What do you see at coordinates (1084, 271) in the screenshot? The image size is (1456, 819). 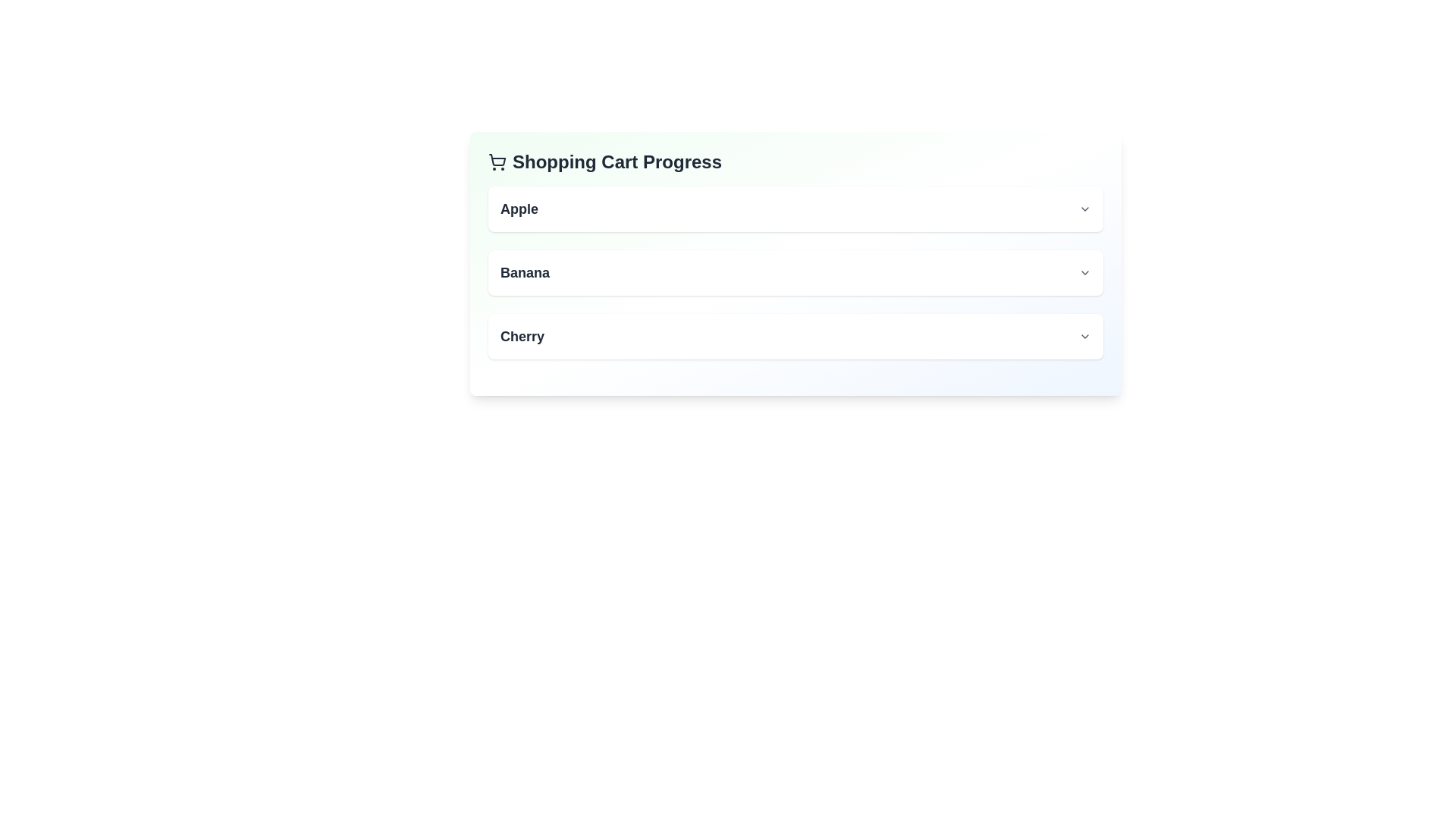 I see `the chevron button` at bounding box center [1084, 271].